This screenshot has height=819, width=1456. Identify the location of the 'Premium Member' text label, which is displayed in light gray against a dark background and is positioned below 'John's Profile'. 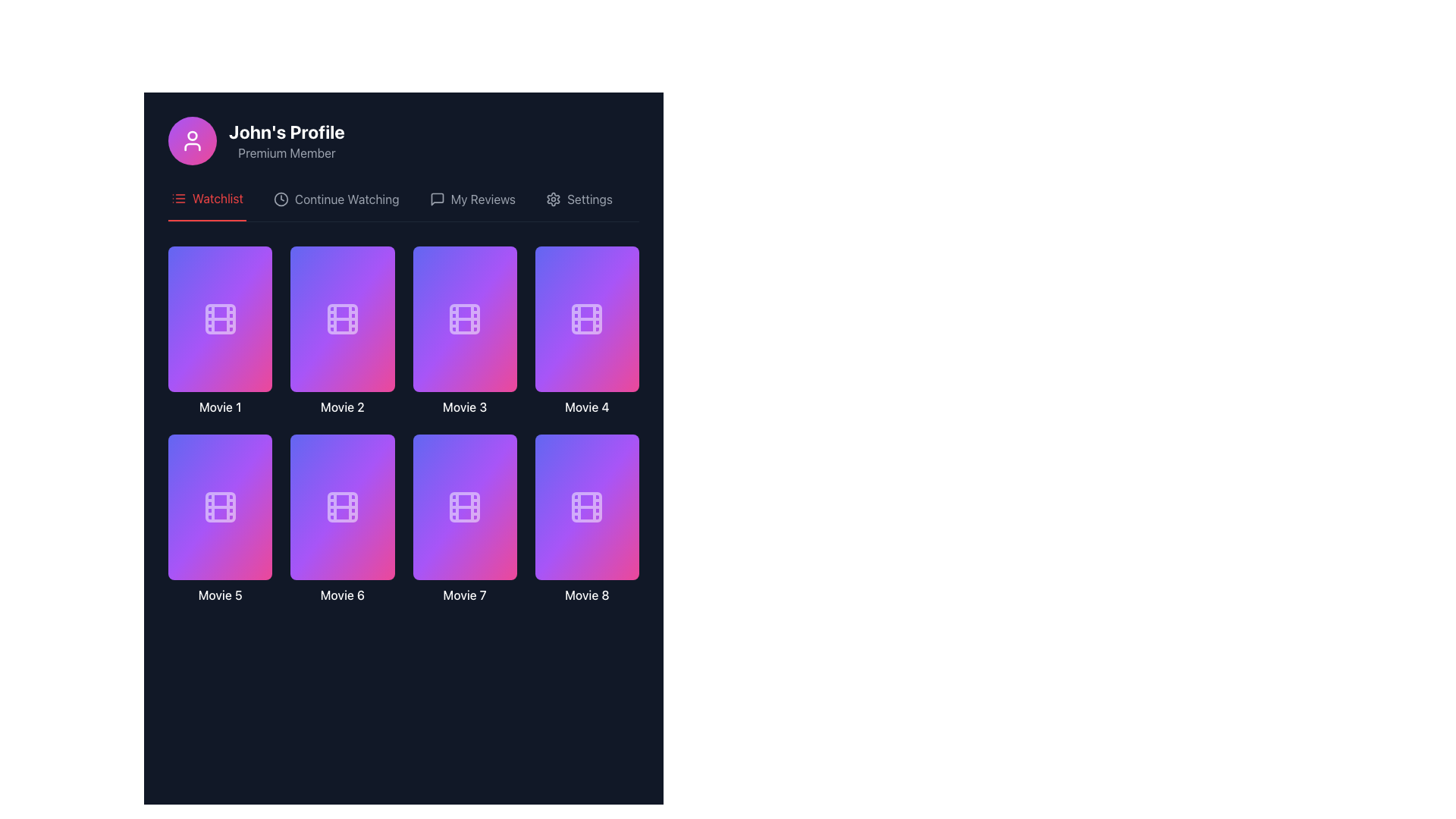
(287, 152).